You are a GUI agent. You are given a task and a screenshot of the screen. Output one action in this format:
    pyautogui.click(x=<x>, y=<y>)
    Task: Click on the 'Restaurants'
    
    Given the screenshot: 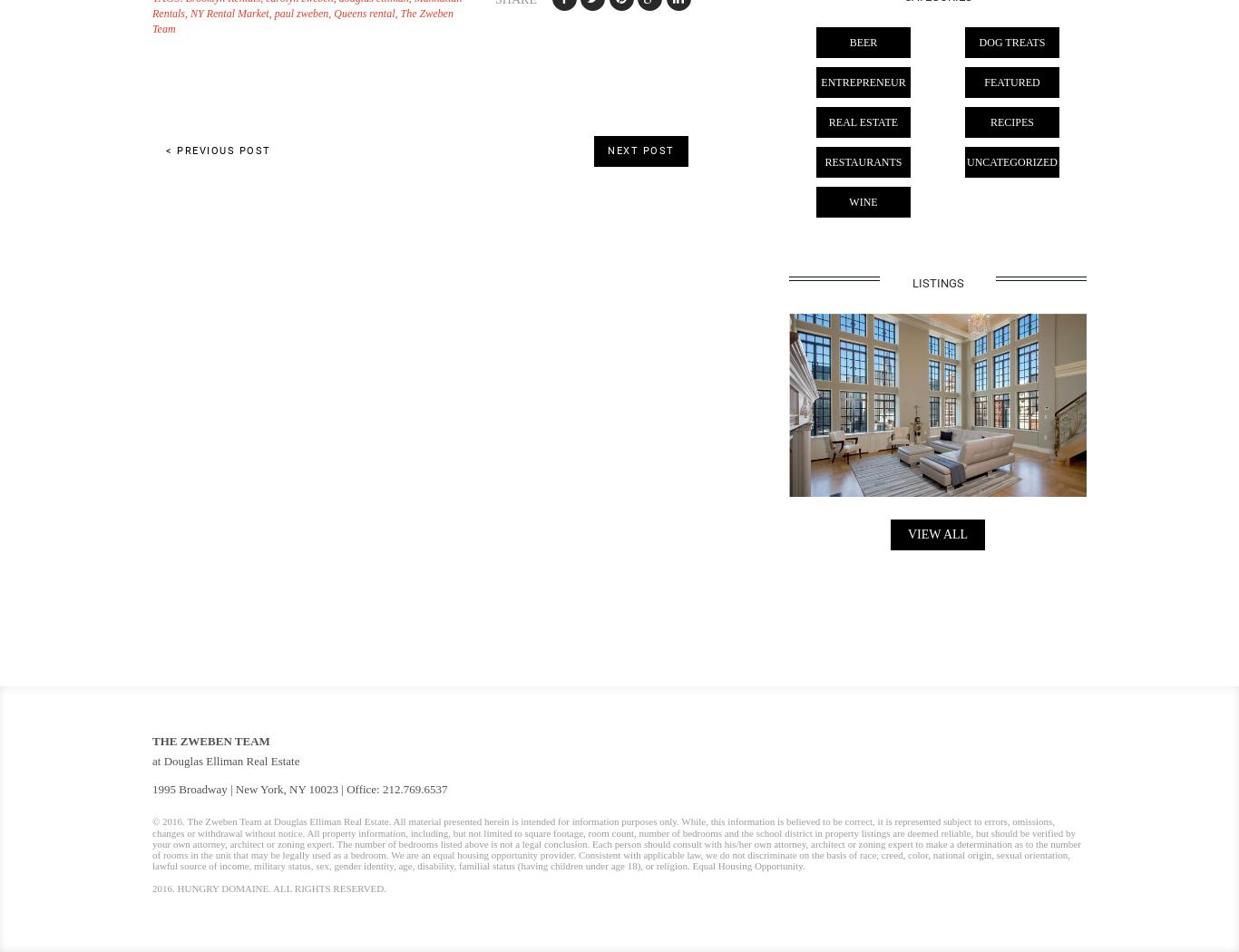 What is the action you would take?
    pyautogui.click(x=863, y=162)
    